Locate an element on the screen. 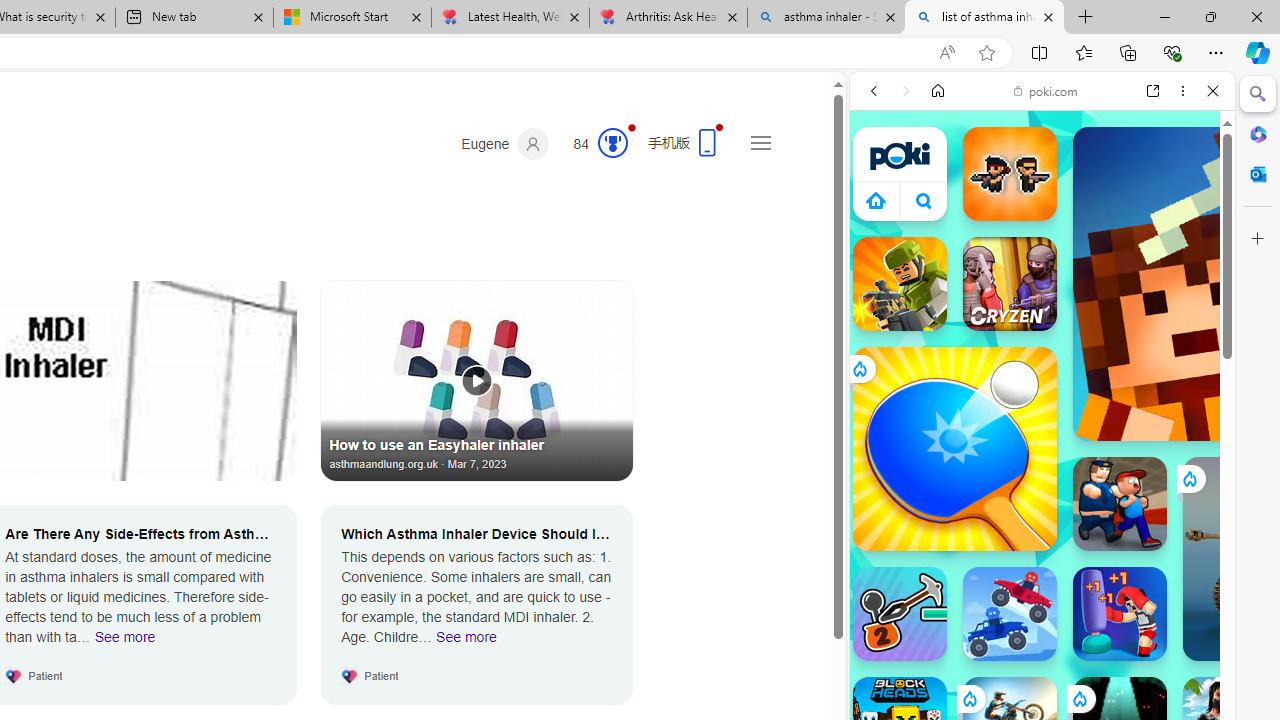  'Punch Legend Simulator Punch Legend Simulator' is located at coordinates (1120, 613).